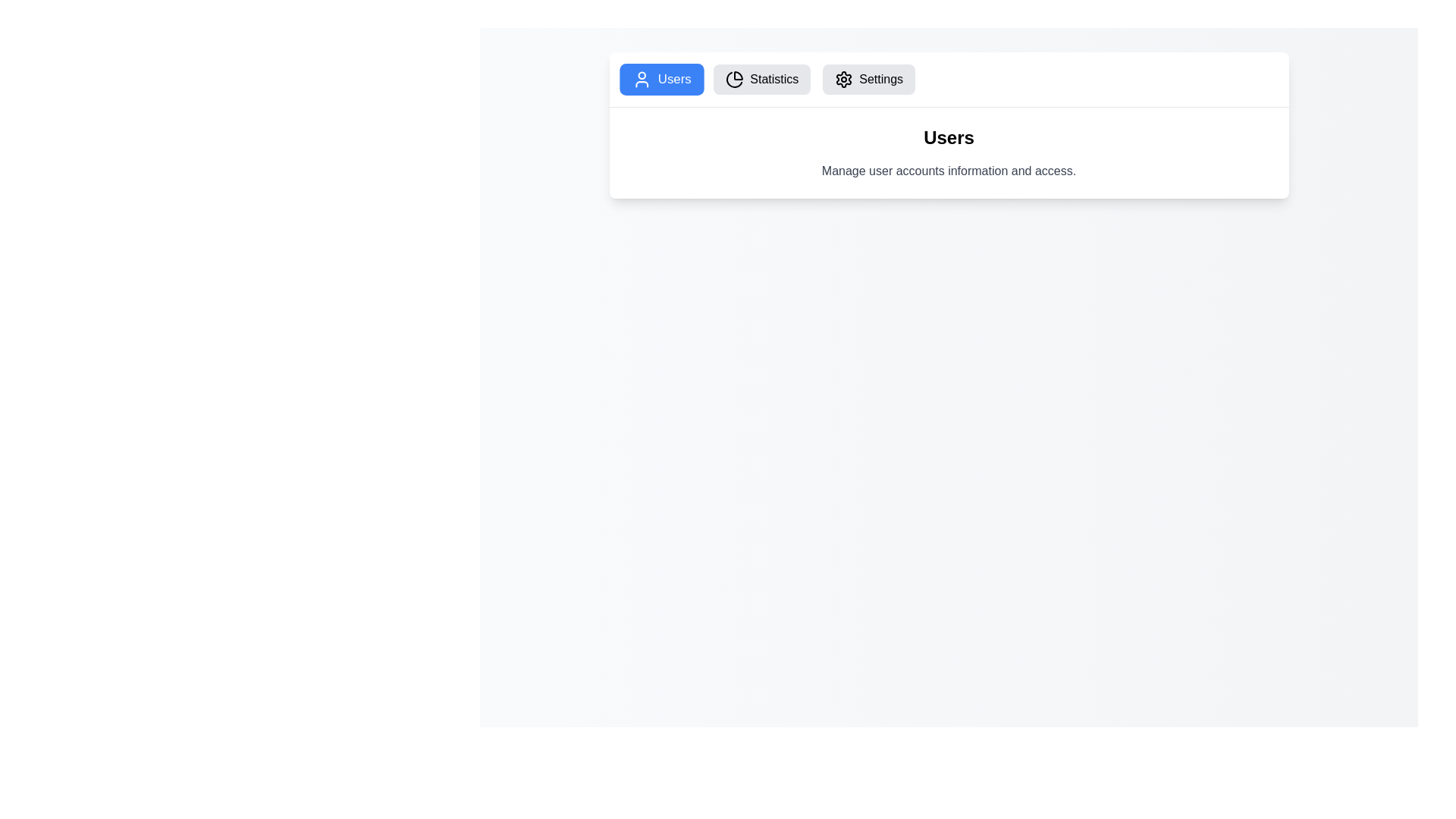  What do you see at coordinates (774, 79) in the screenshot?
I see `the text label within the interactive button that provides navigable options to the 'Statistics' section` at bounding box center [774, 79].